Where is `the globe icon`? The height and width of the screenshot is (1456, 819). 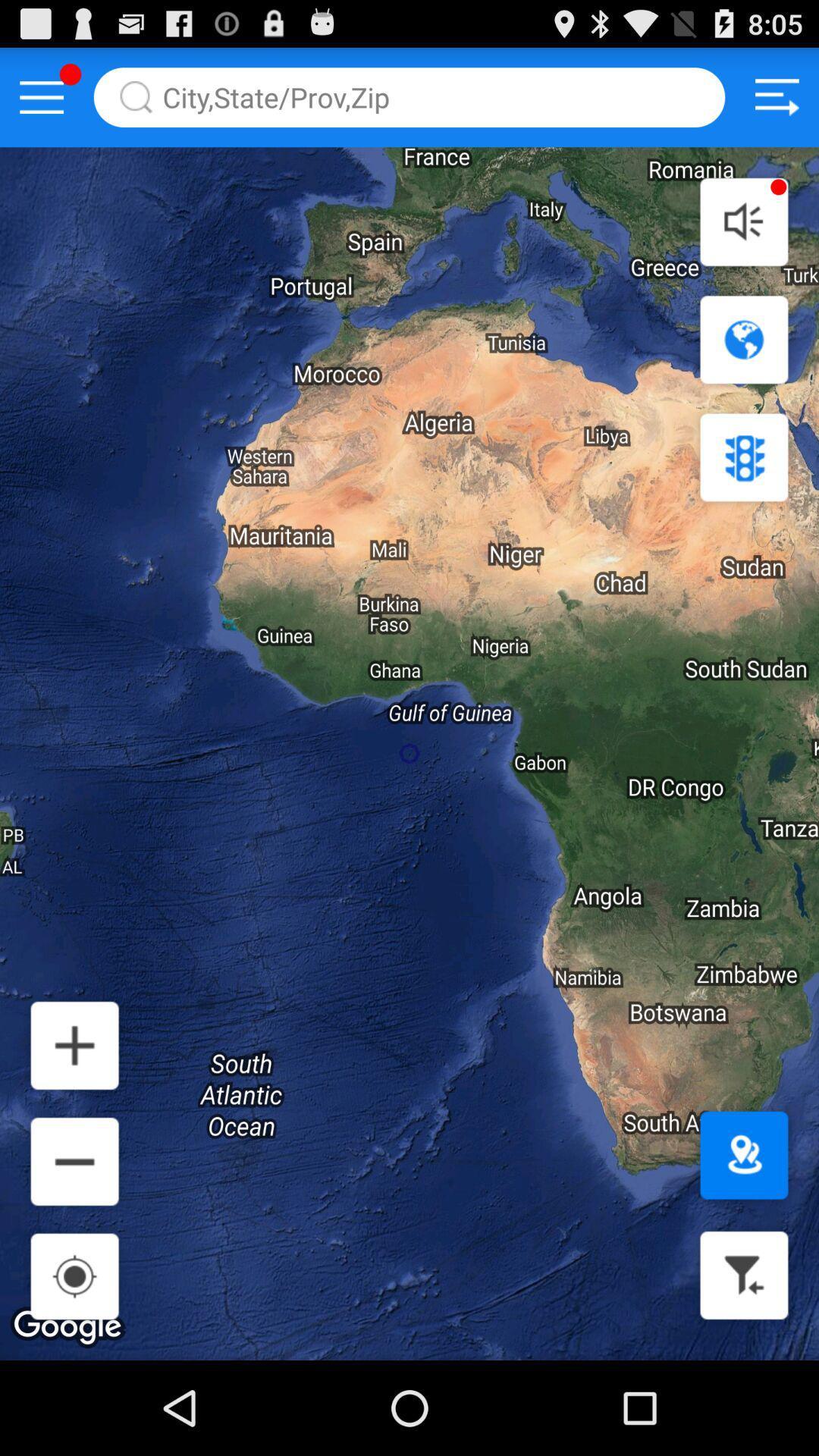
the globe icon is located at coordinates (743, 362).